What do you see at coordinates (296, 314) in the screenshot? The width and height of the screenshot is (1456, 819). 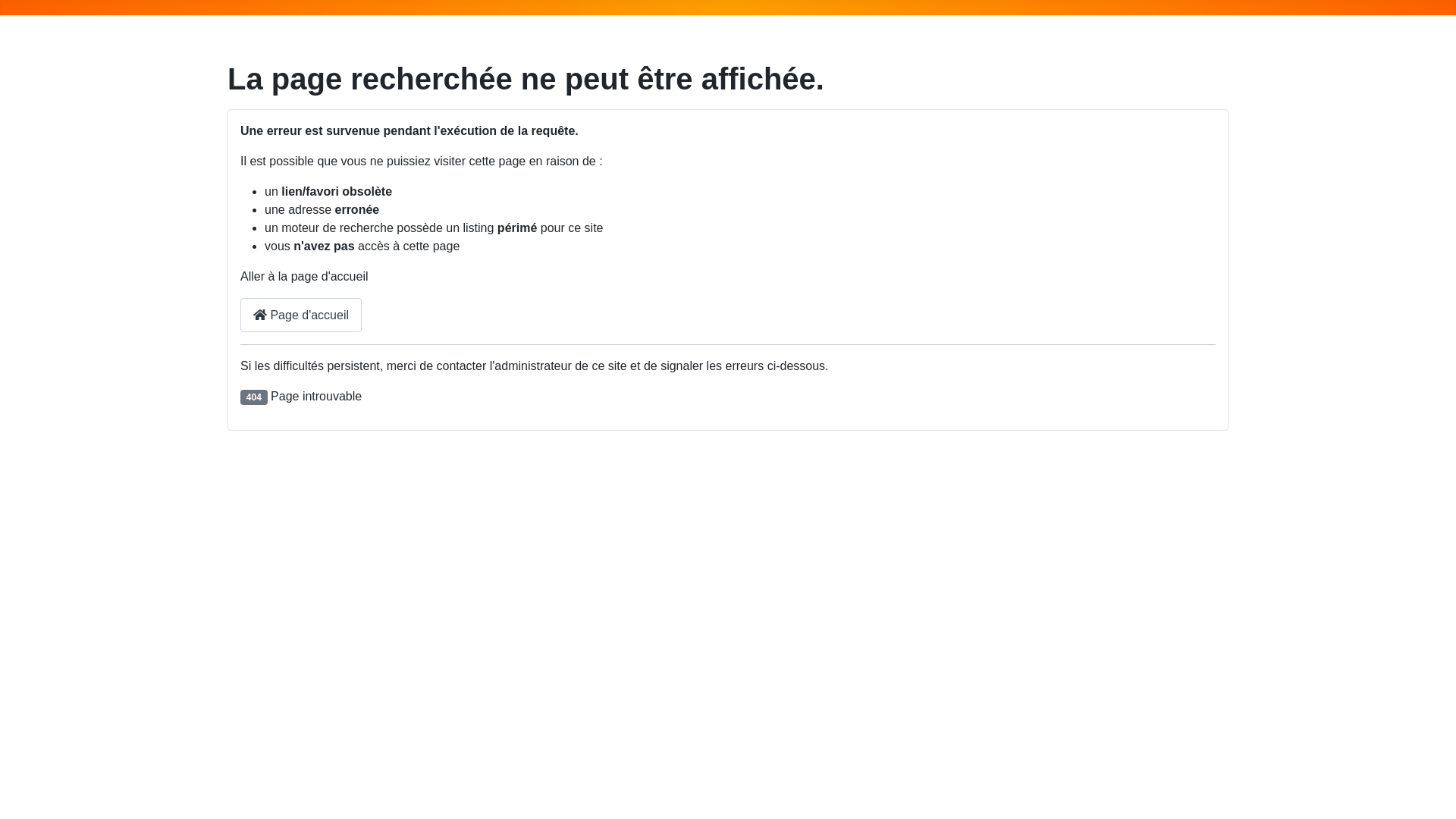 I see `'Page d'accueil'` at bounding box center [296, 314].